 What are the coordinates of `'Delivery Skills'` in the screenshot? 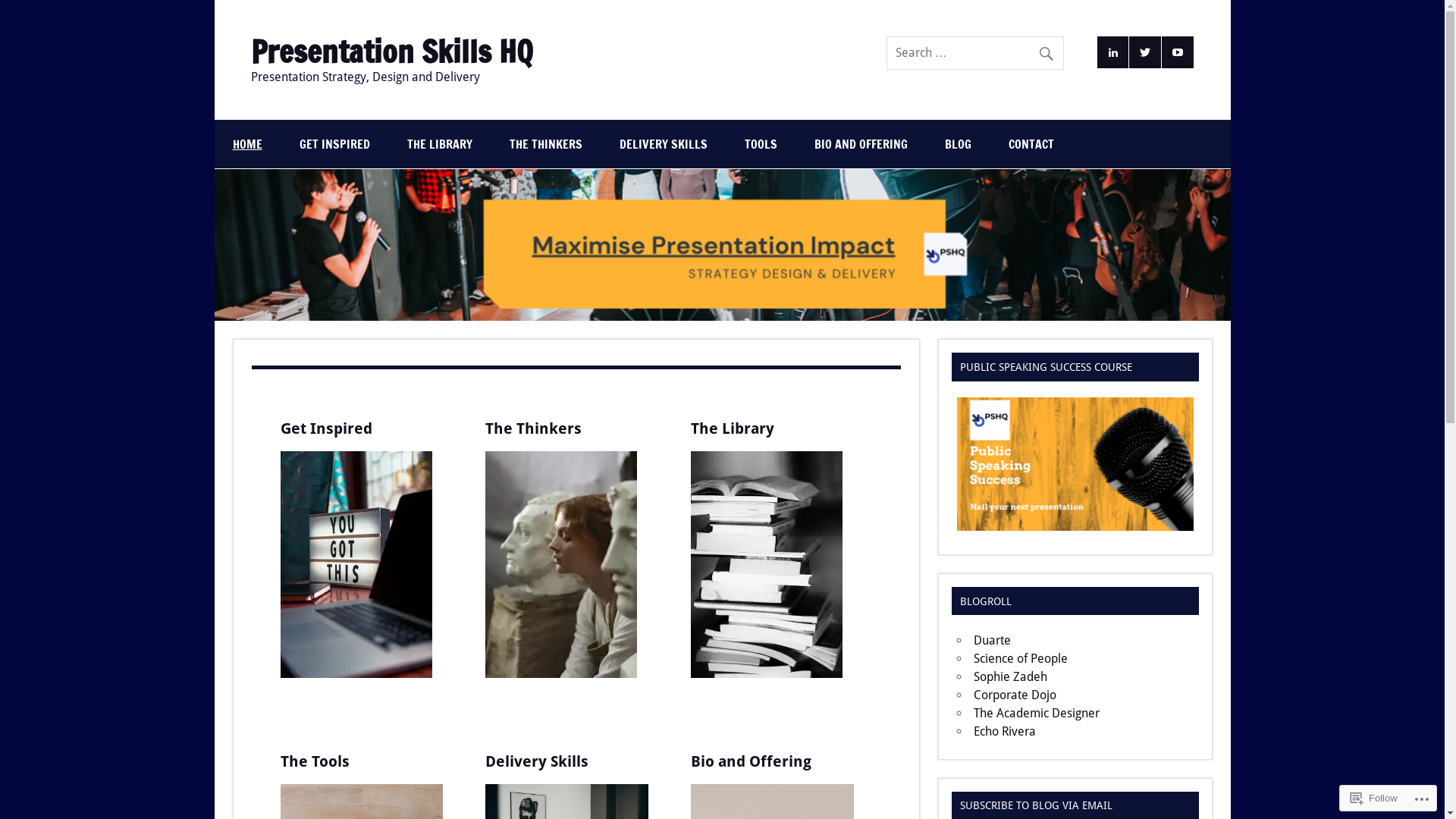 It's located at (484, 761).